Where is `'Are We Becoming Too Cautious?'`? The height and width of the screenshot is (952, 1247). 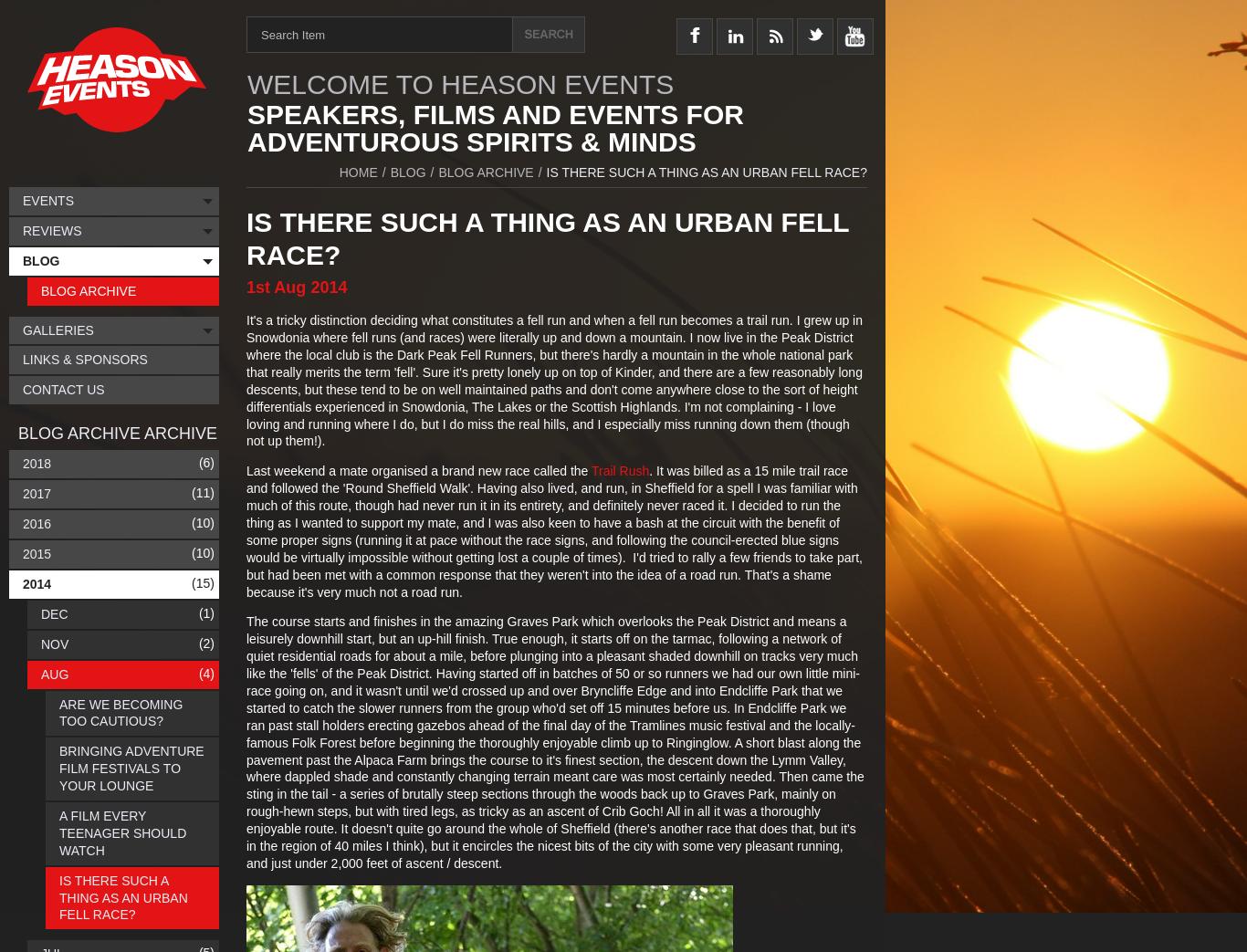
'Are We Becoming Too Cautious?' is located at coordinates (120, 711).